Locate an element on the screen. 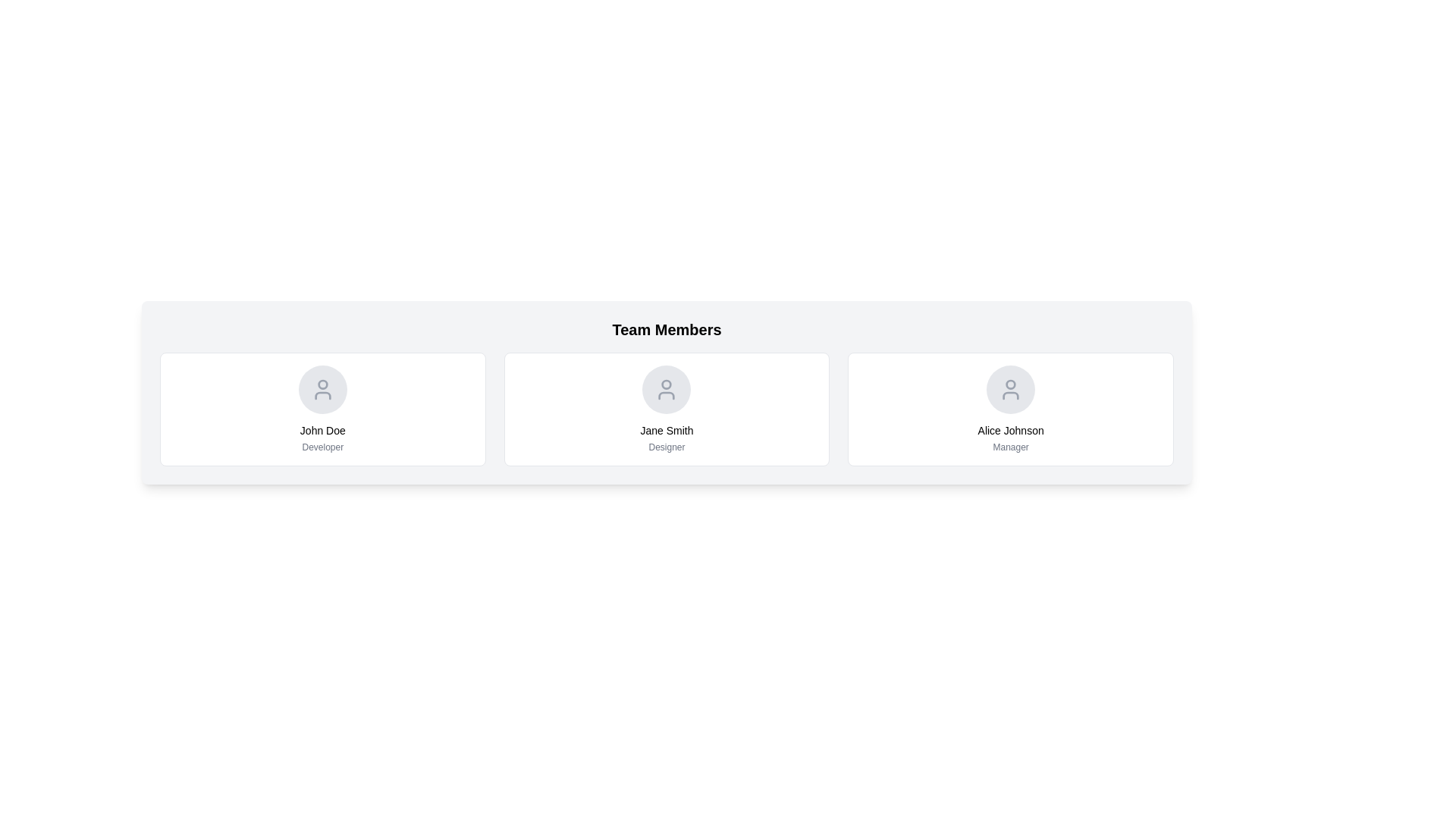  the user profile icon located in the center panel, at the top of a circular area filled with a light gray background is located at coordinates (667, 388).